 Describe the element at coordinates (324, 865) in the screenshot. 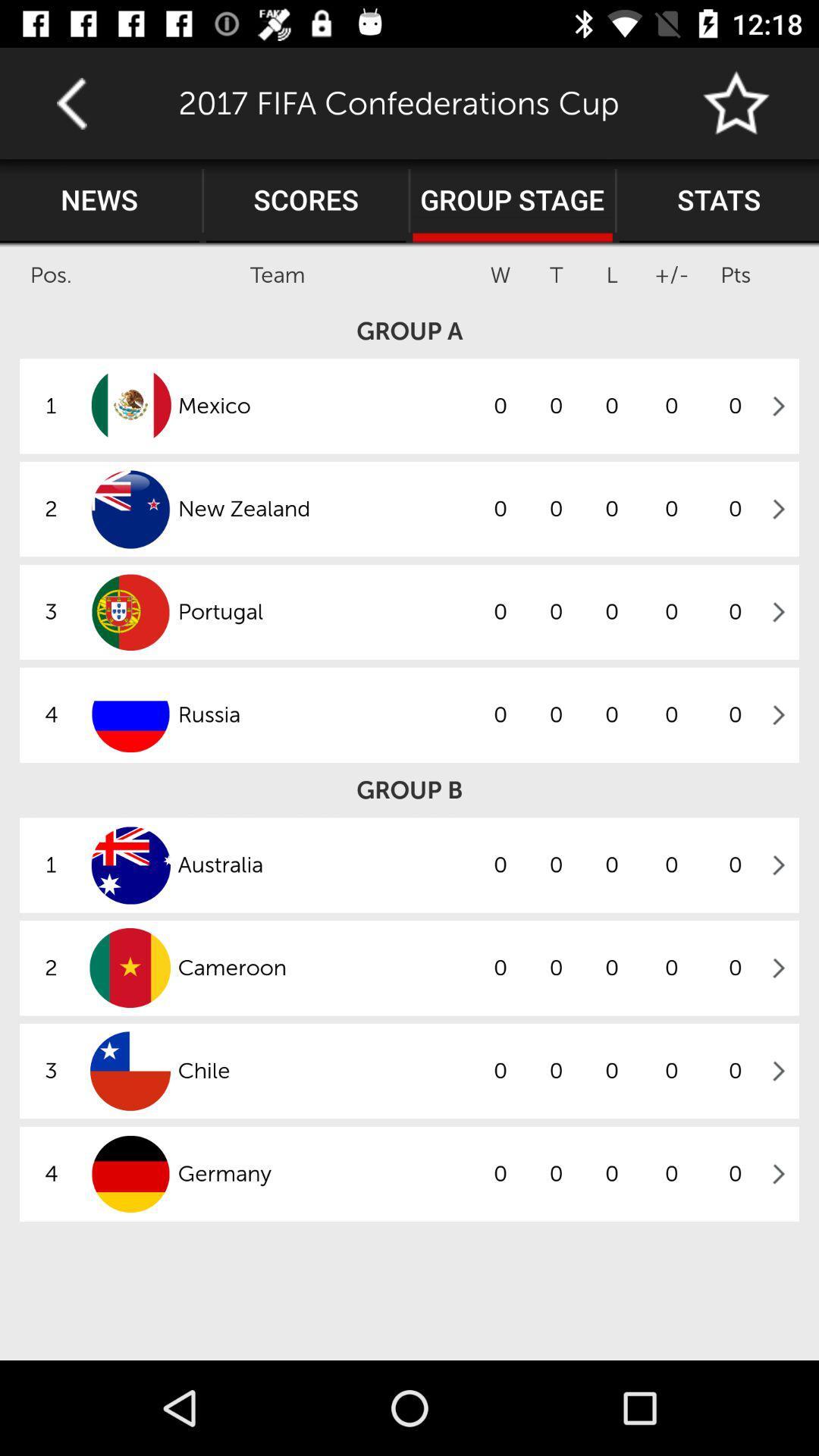

I see `item to the left of 0 icon` at that location.